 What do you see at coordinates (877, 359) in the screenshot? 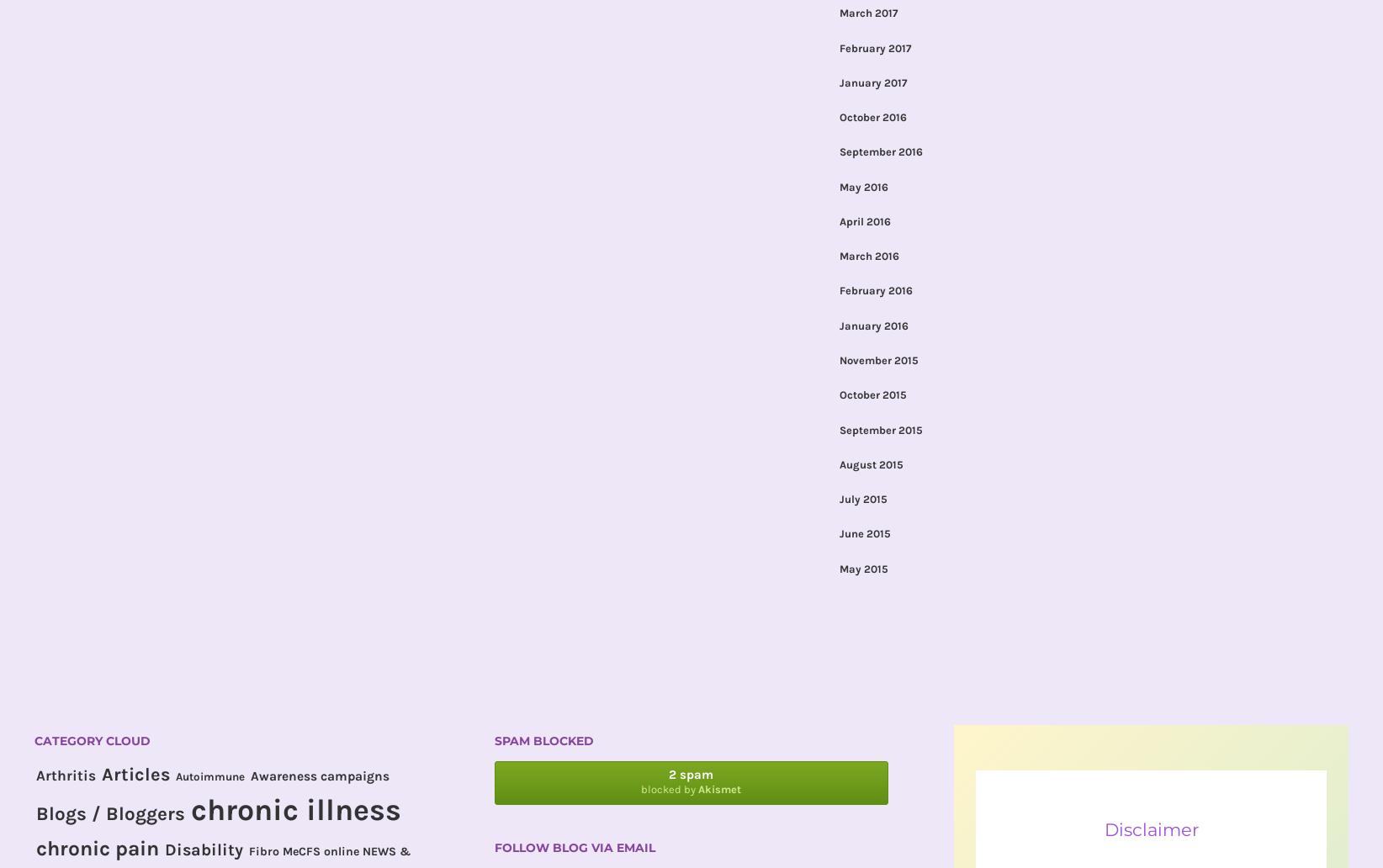
I see `'November 2015'` at bounding box center [877, 359].